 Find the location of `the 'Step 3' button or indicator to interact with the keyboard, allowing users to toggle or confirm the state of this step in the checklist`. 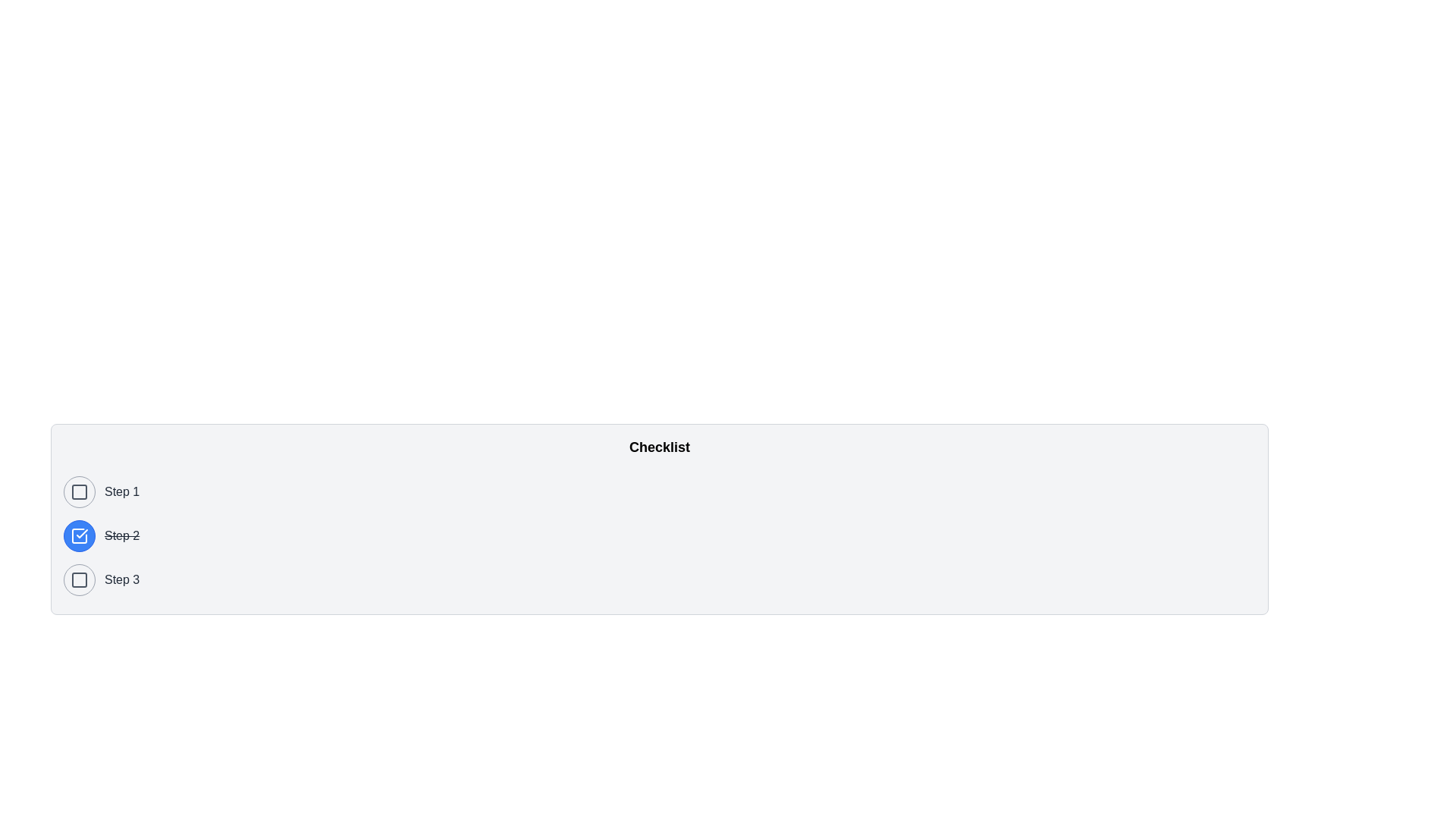

the 'Step 3' button or indicator to interact with the keyboard, allowing users to toggle or confirm the state of this step in the checklist is located at coordinates (79, 579).